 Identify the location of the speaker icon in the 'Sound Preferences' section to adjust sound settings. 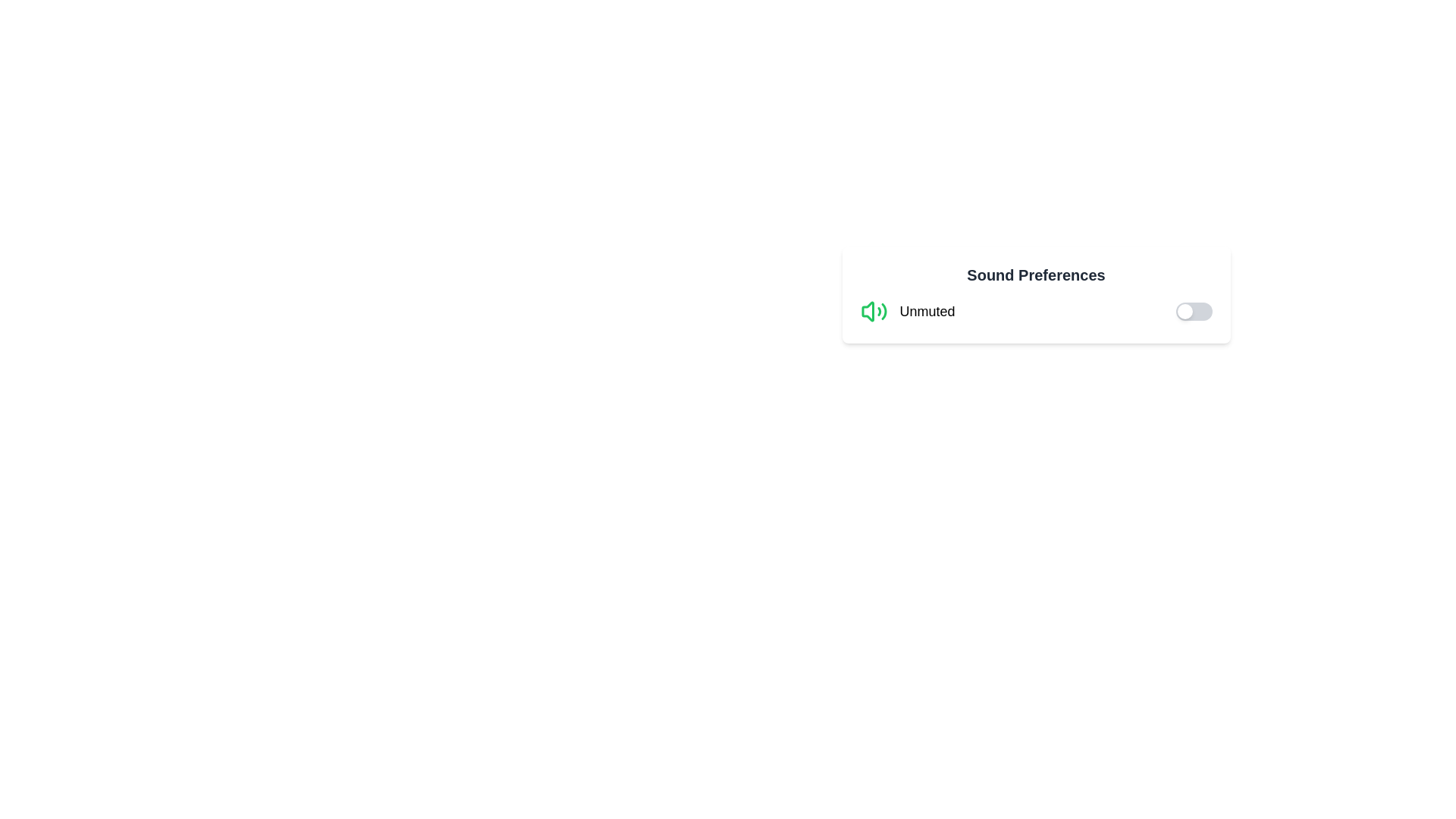
(868, 311).